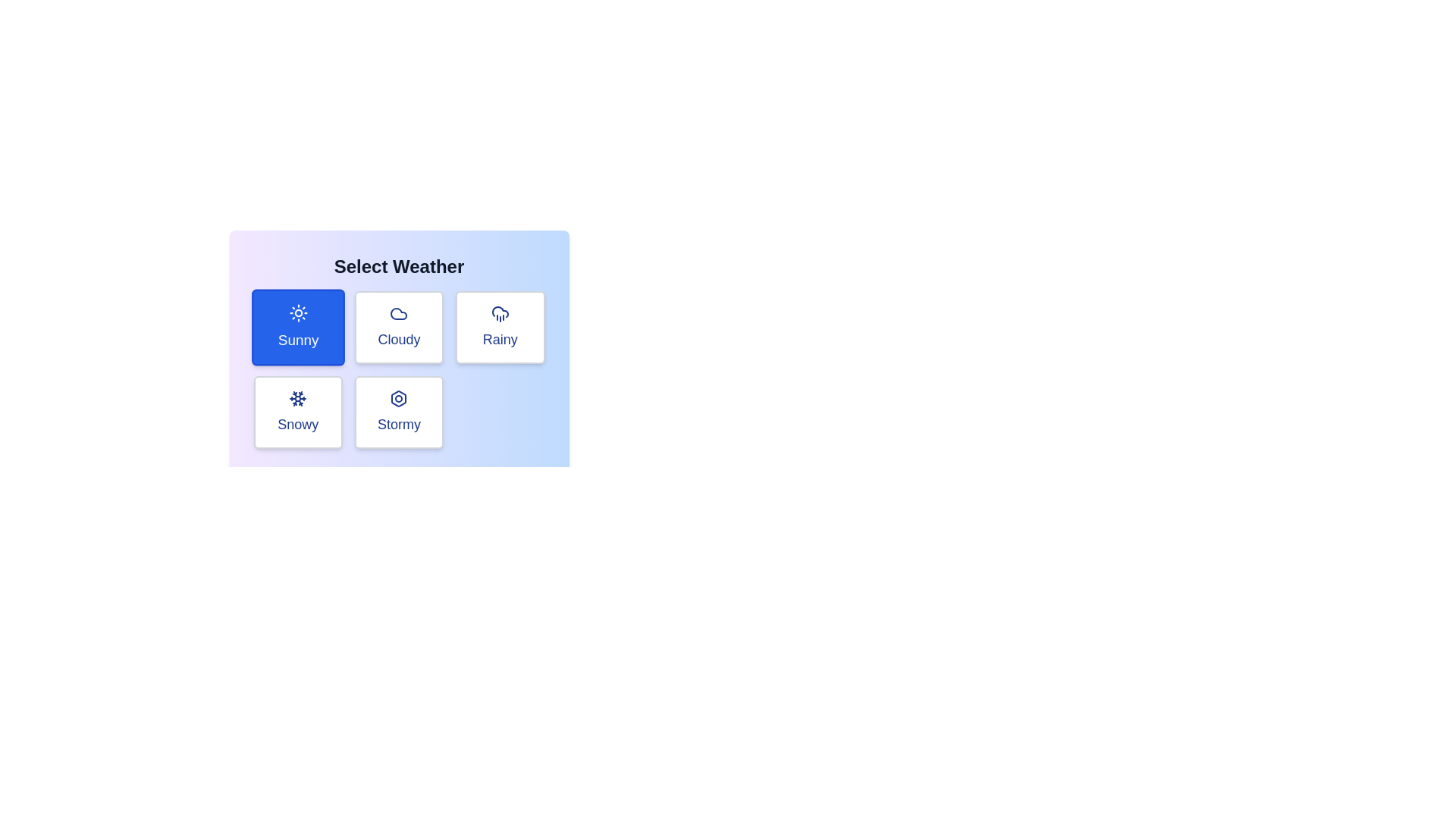 The height and width of the screenshot is (819, 1456). Describe the element at coordinates (399, 265) in the screenshot. I see `the 'Select Weather' header text, which is styled in bold and located at the top of the panel, above the grid of weather options` at that location.